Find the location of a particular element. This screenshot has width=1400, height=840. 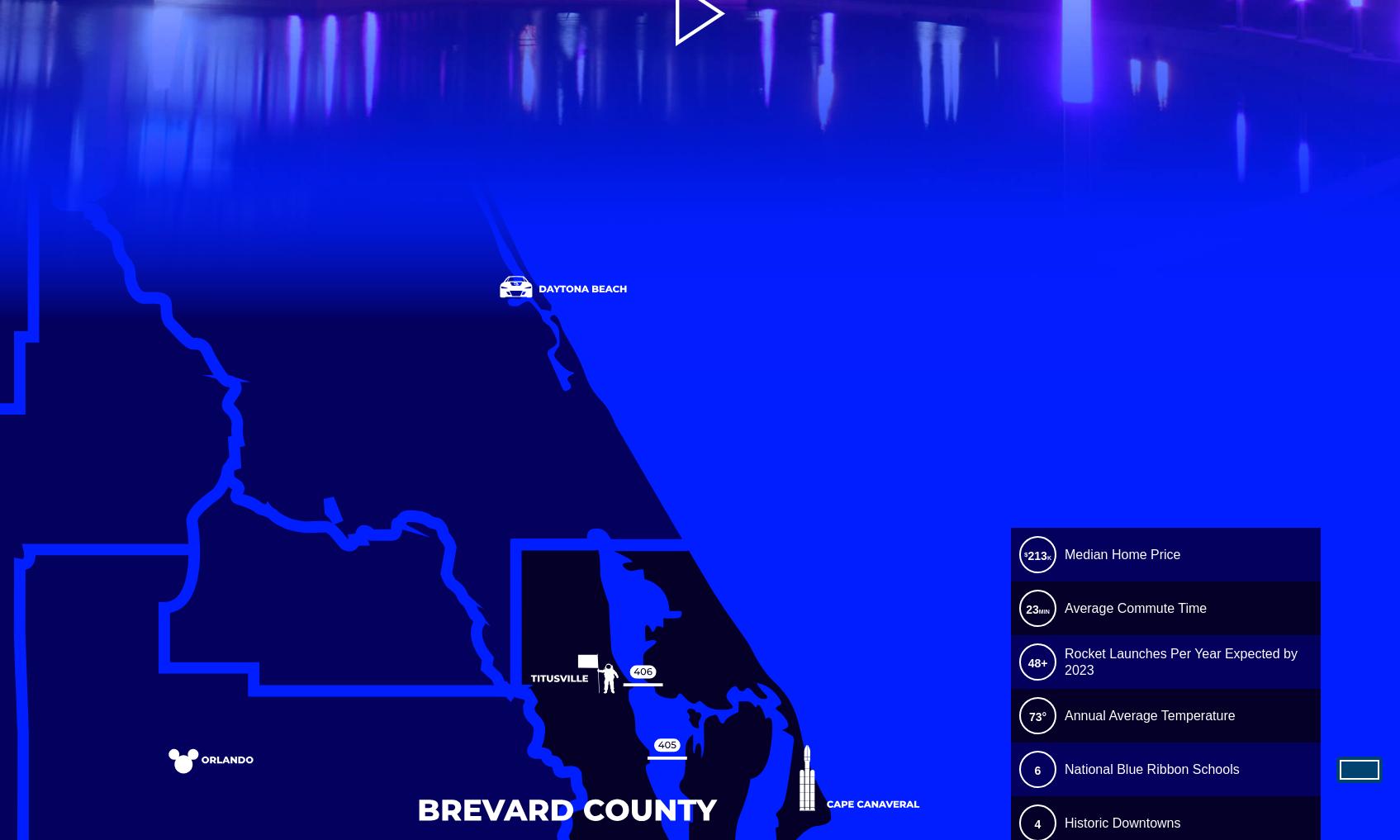

'Average Commute Time' is located at coordinates (1064, 608).